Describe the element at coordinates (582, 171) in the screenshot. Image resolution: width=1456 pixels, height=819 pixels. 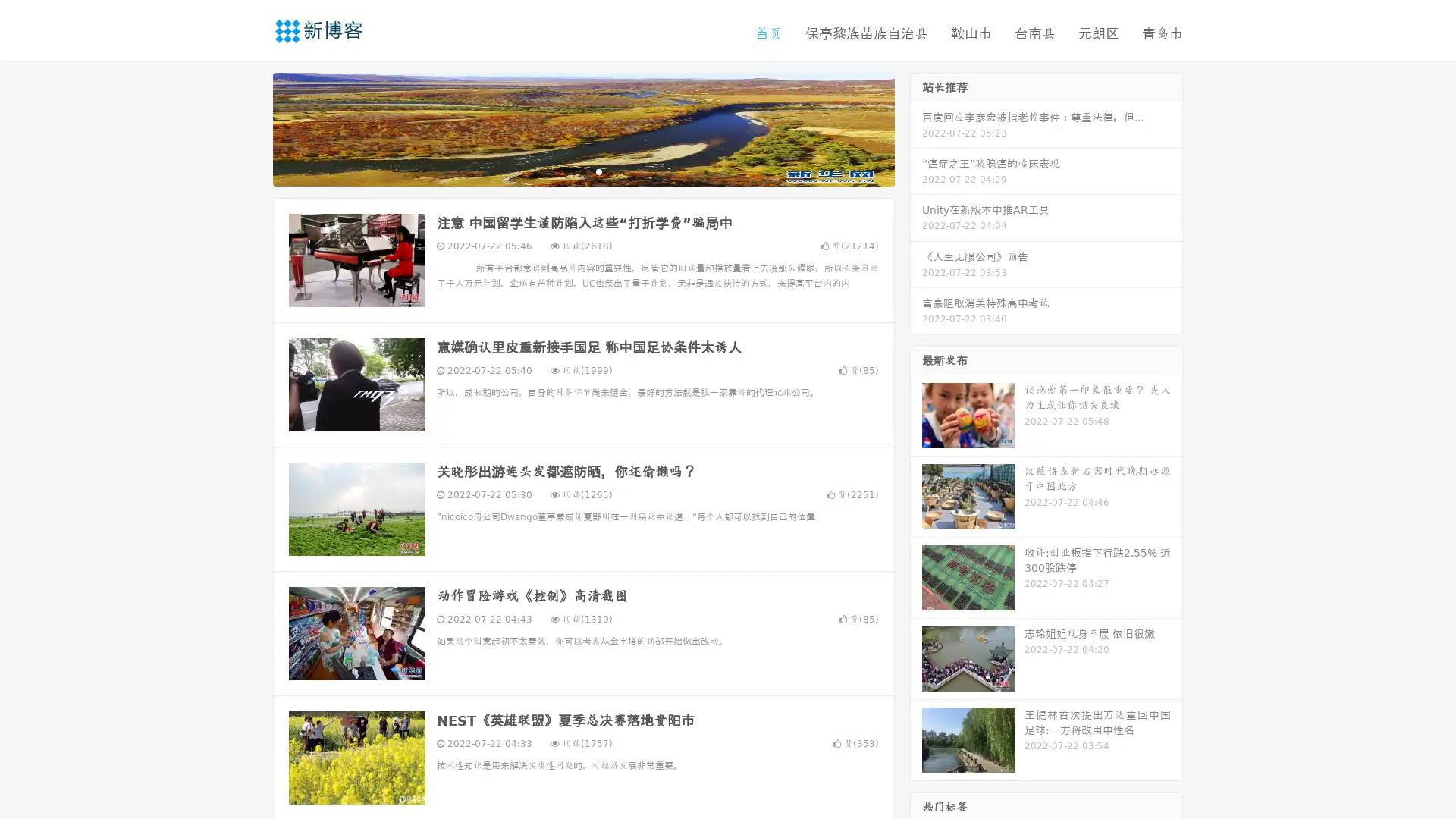
I see `Go to slide 2` at that location.